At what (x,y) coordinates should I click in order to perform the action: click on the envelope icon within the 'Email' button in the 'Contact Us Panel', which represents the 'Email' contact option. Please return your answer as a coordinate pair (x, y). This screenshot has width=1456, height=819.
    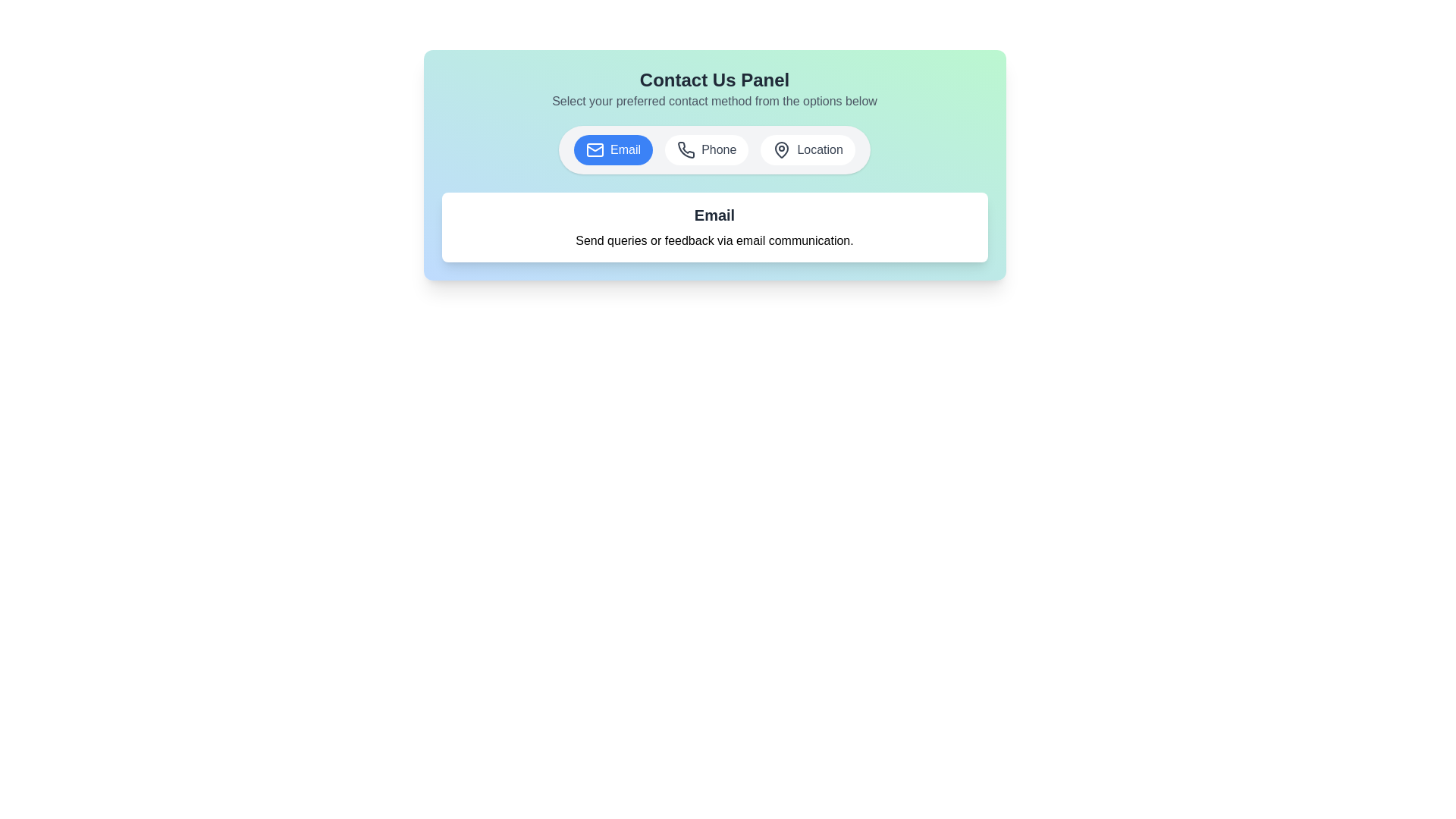
    Looking at the image, I should click on (595, 149).